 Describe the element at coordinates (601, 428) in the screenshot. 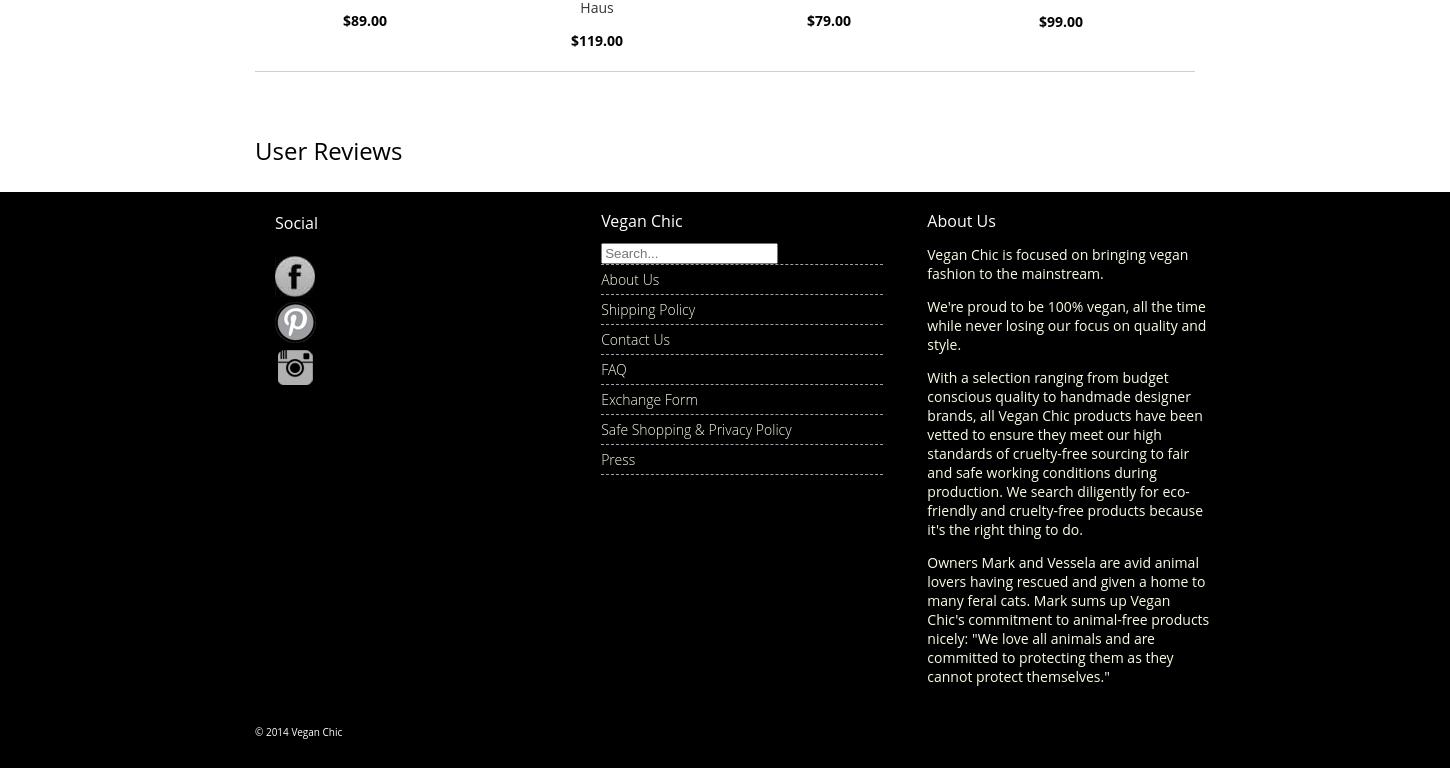

I see `'Safe Shopping & Privacy Policy'` at that location.